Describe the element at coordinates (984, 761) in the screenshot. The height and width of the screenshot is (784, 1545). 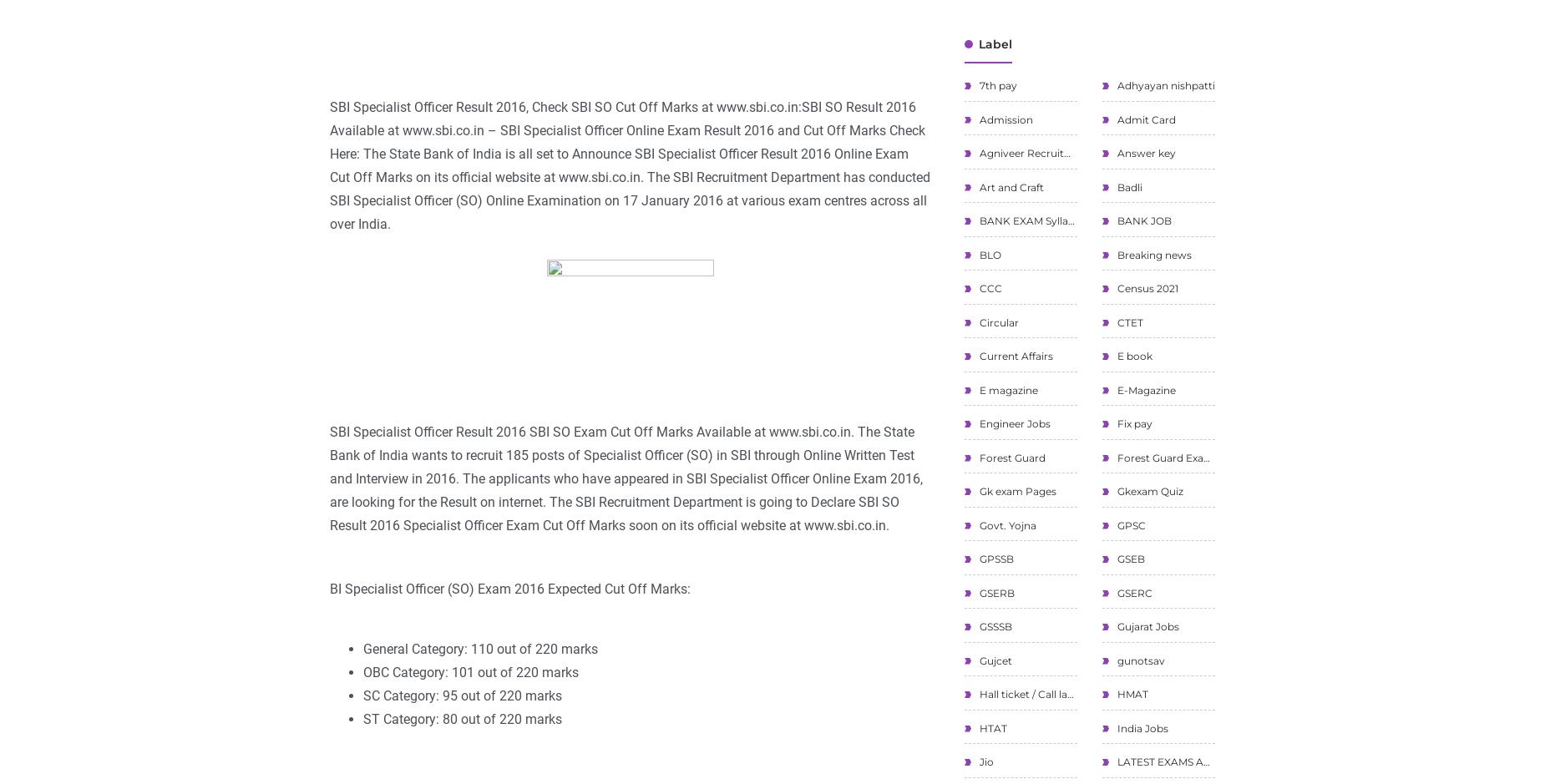
I see `'Jio'` at that location.